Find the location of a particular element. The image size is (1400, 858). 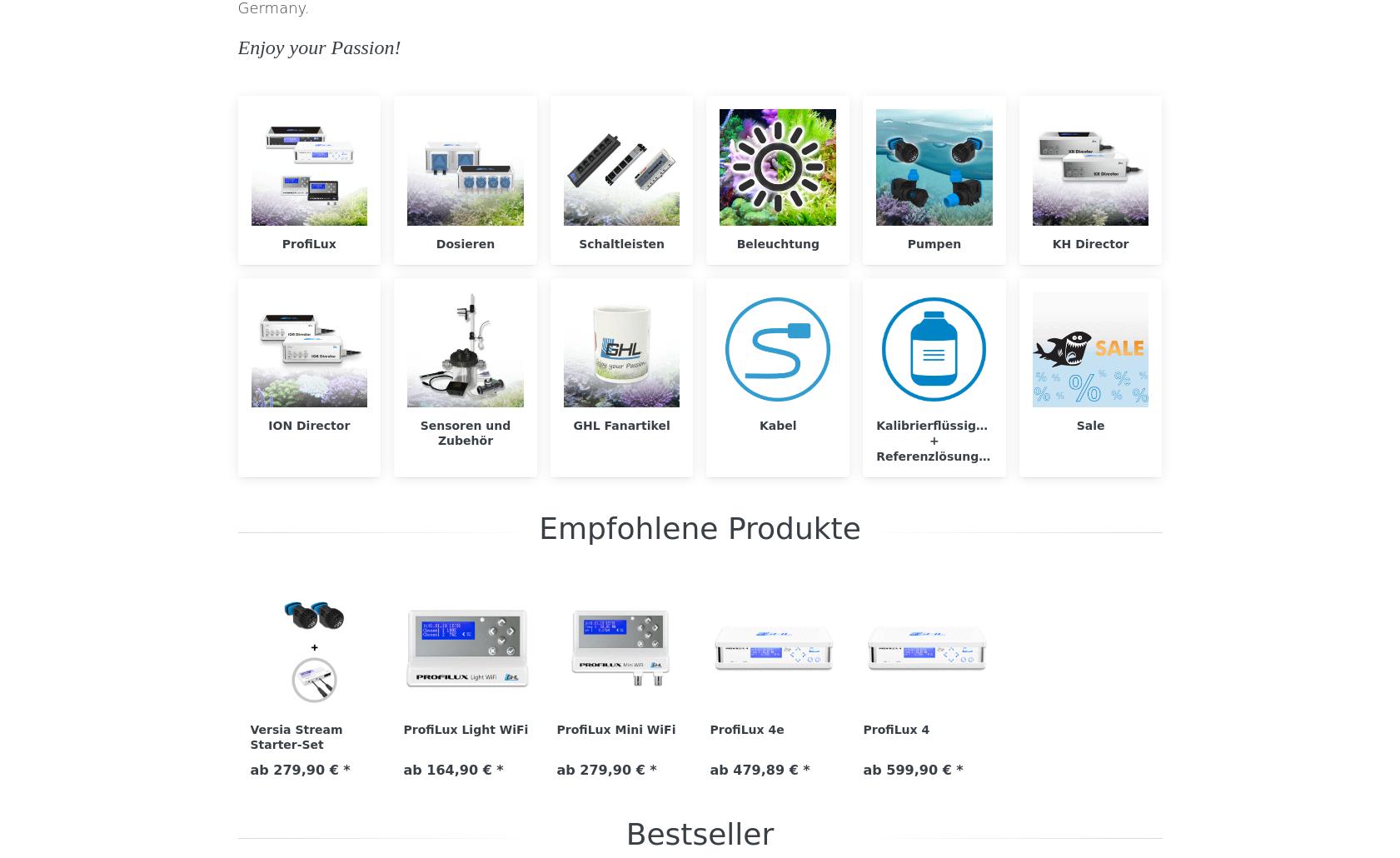

'ProfiLux 4e' is located at coordinates (709, 728).